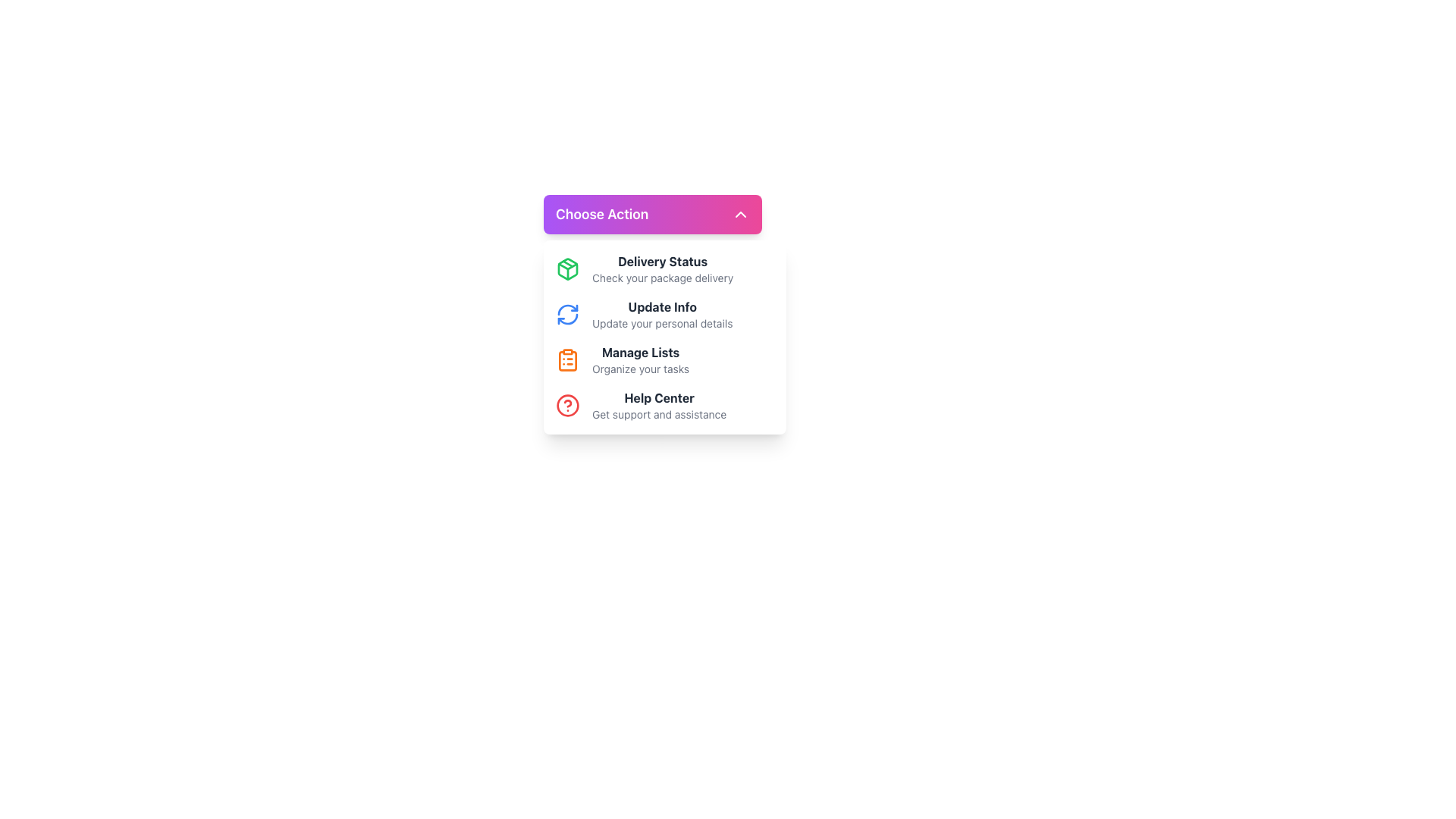  Describe the element at coordinates (640, 359) in the screenshot. I see `the third option in the dropdown menu under the heading 'Choose Action', which is a Text label providing information related to managing lists and organizing tasks` at that location.